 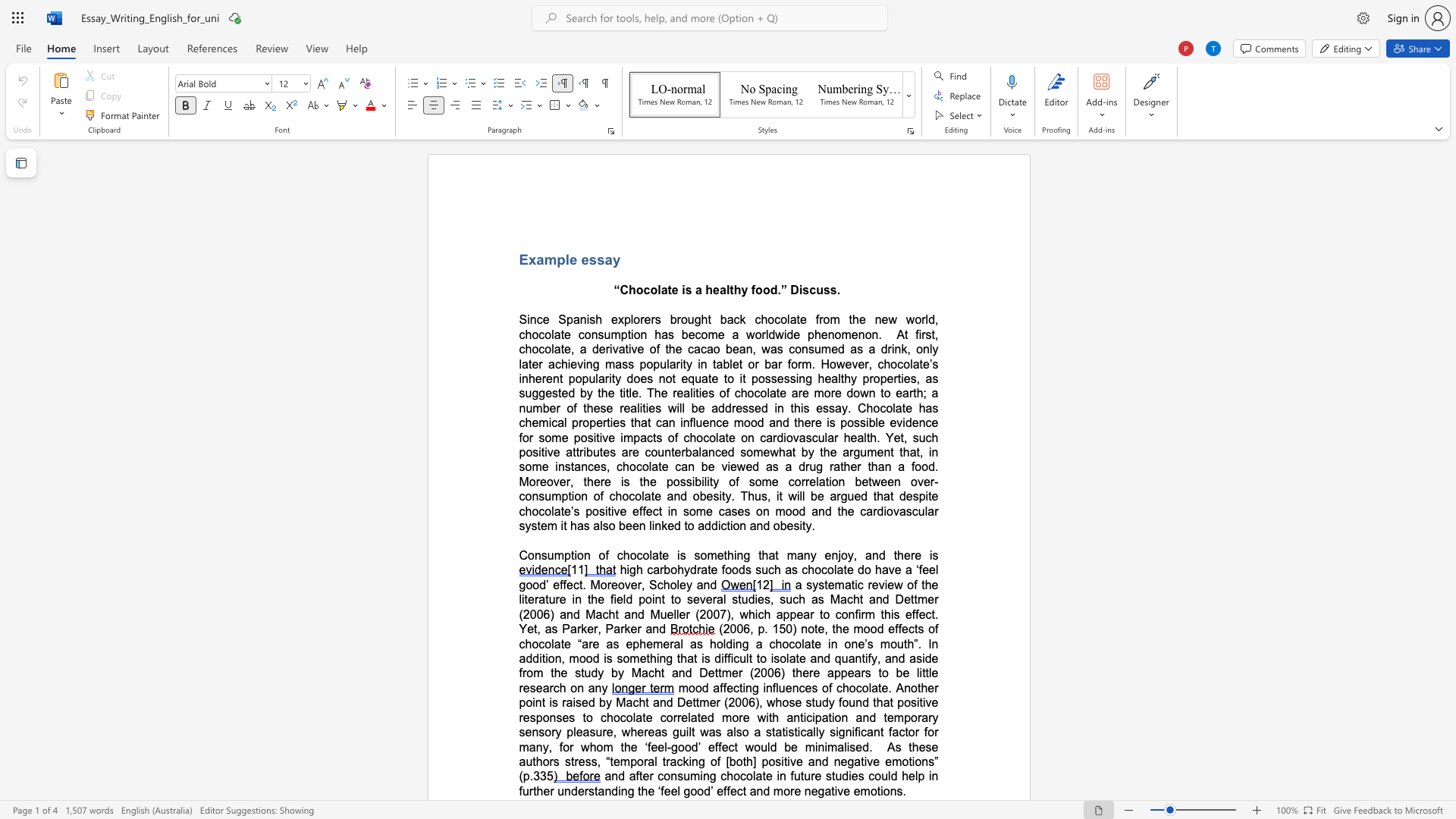 What do you see at coordinates (762, 451) in the screenshot?
I see `the space between the continuous character "m" and "e" in the text` at bounding box center [762, 451].